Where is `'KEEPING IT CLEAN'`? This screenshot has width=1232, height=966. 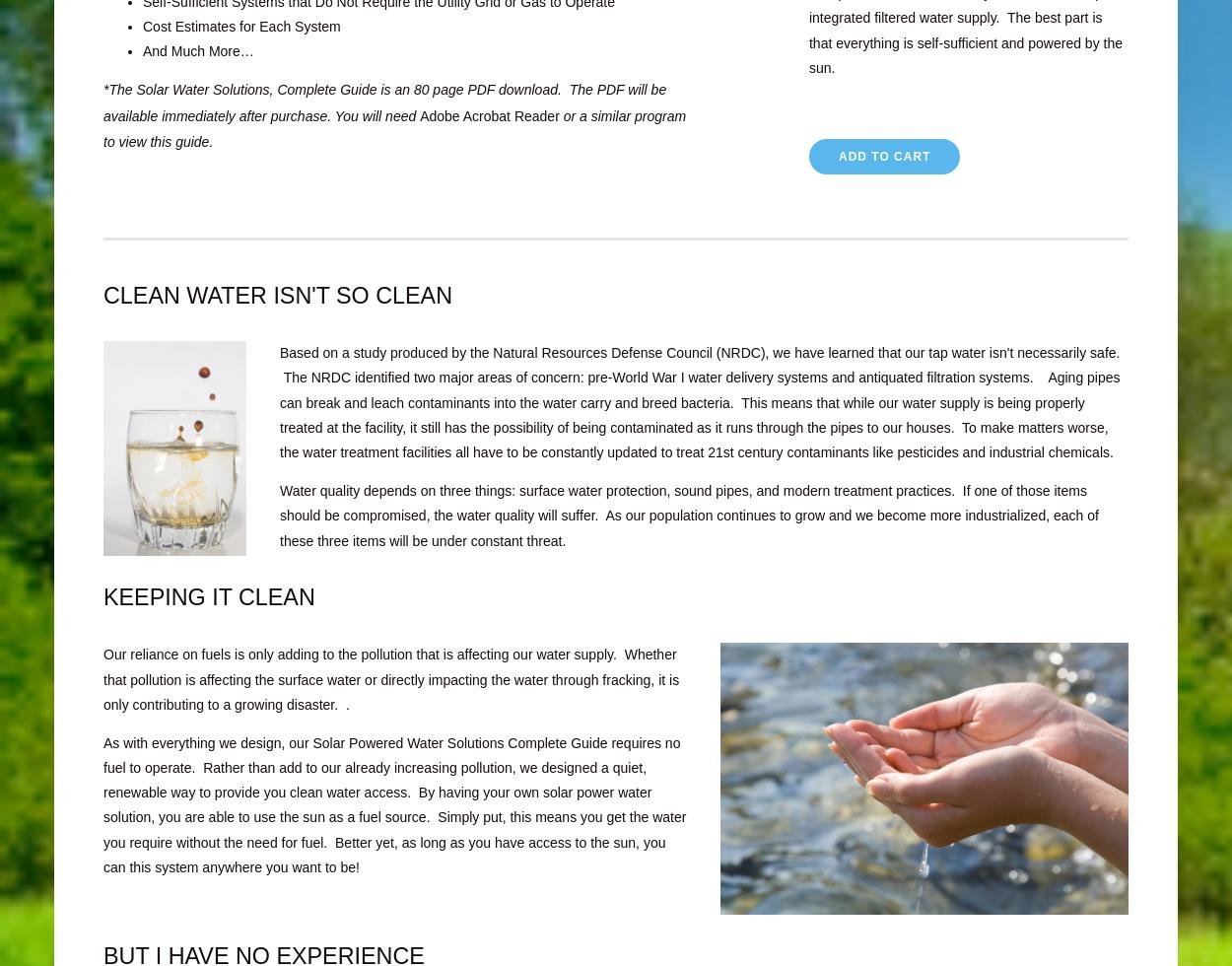
'KEEPING IT CLEAN' is located at coordinates (208, 597).